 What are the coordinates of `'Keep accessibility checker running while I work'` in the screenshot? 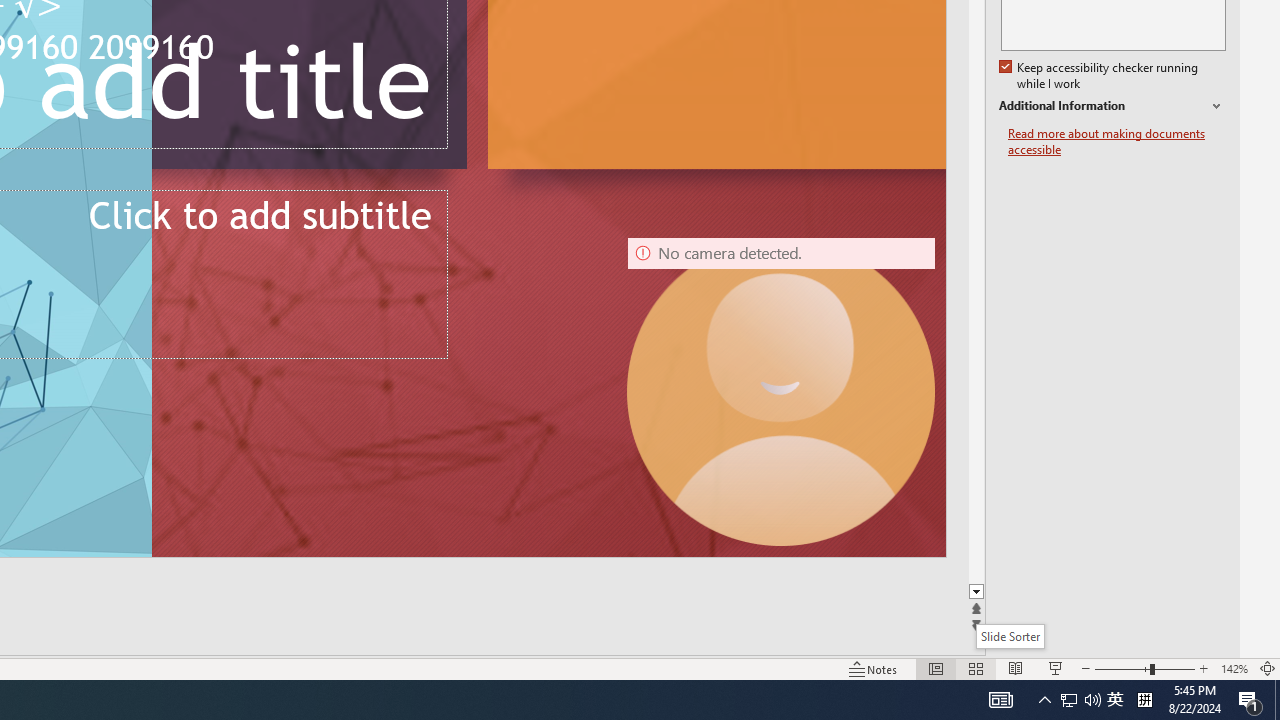 It's located at (1099, 75).